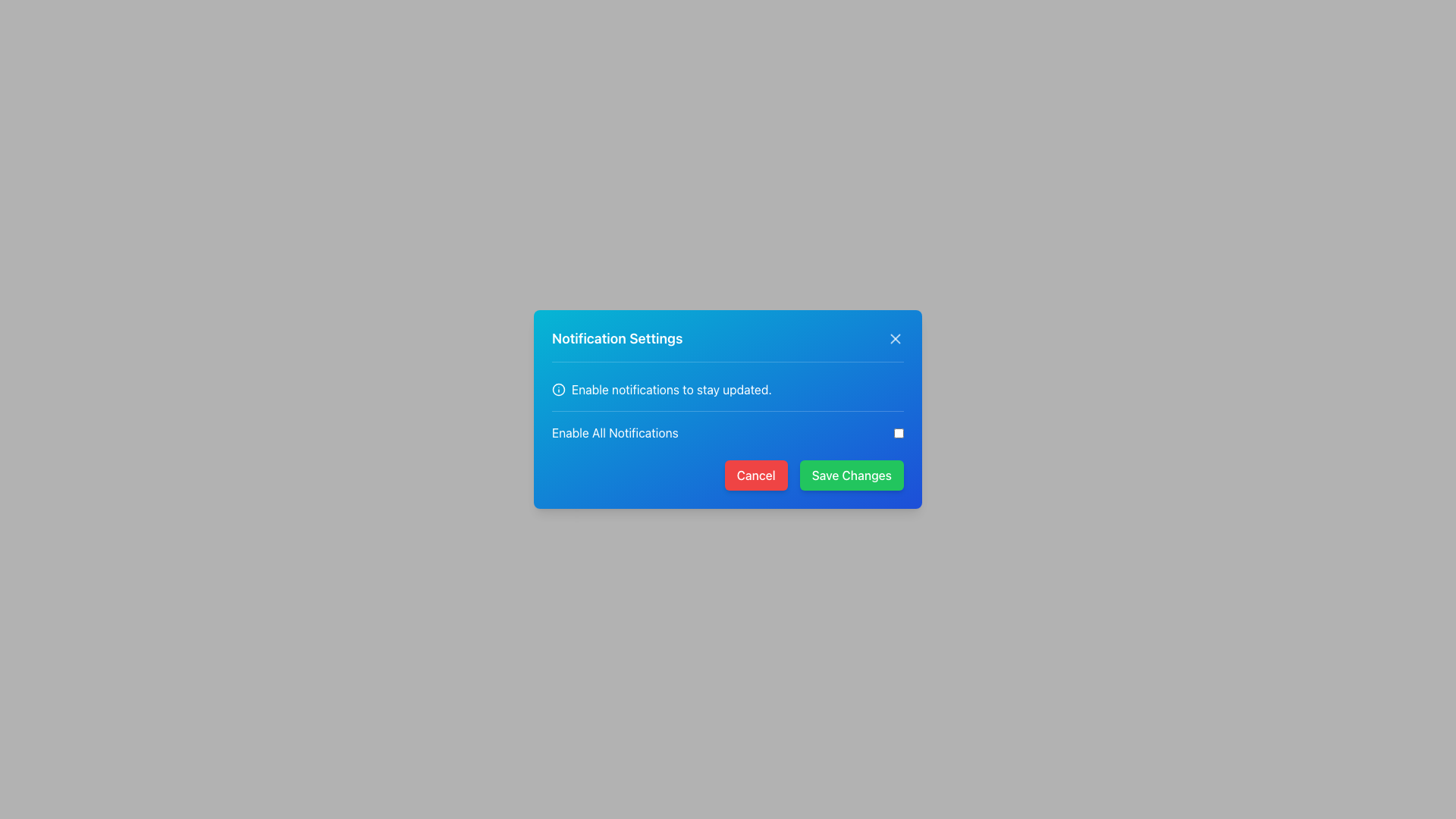 The height and width of the screenshot is (819, 1456). What do you see at coordinates (615, 432) in the screenshot?
I see `text label that describes the functionality of the adjacent checkbox for enabling or disabling notifications, located beneath the 'Notification Settings' section header` at bounding box center [615, 432].